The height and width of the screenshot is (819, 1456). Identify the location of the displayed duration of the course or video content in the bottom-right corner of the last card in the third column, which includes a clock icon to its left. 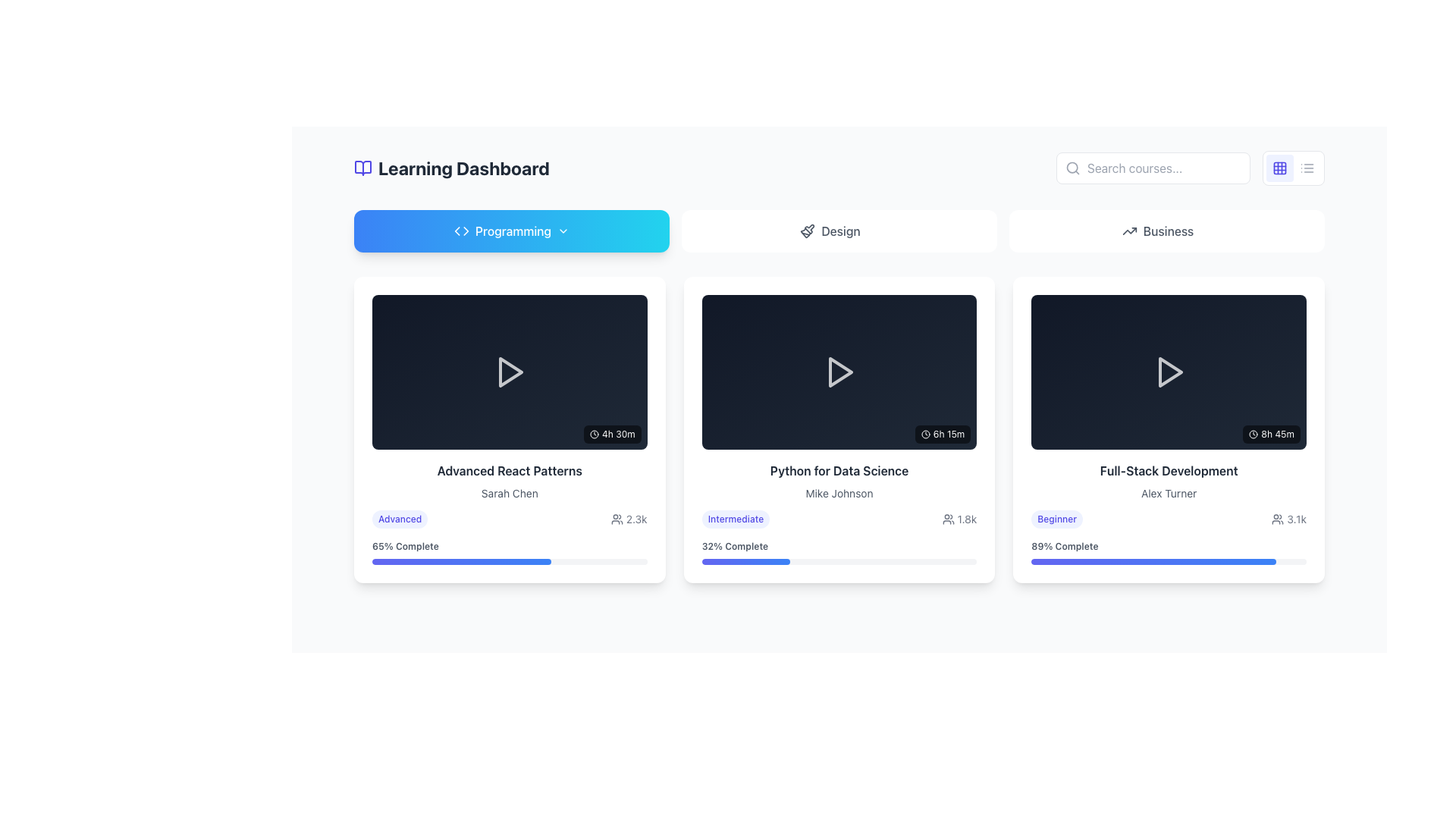
(1272, 434).